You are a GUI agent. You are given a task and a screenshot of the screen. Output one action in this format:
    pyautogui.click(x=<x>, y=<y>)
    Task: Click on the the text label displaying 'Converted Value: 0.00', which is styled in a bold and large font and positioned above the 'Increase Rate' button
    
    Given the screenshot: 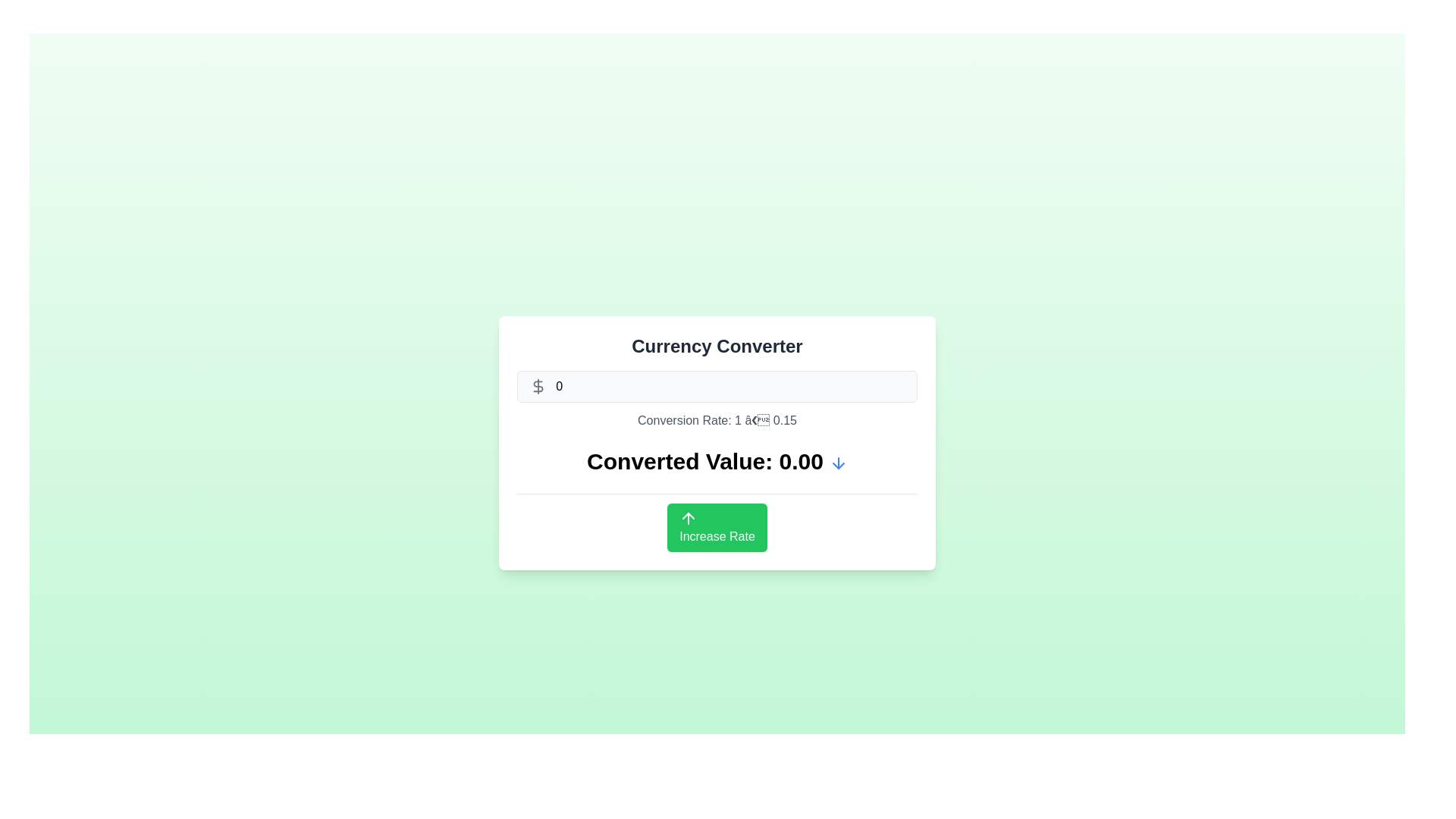 What is the action you would take?
    pyautogui.click(x=716, y=460)
    